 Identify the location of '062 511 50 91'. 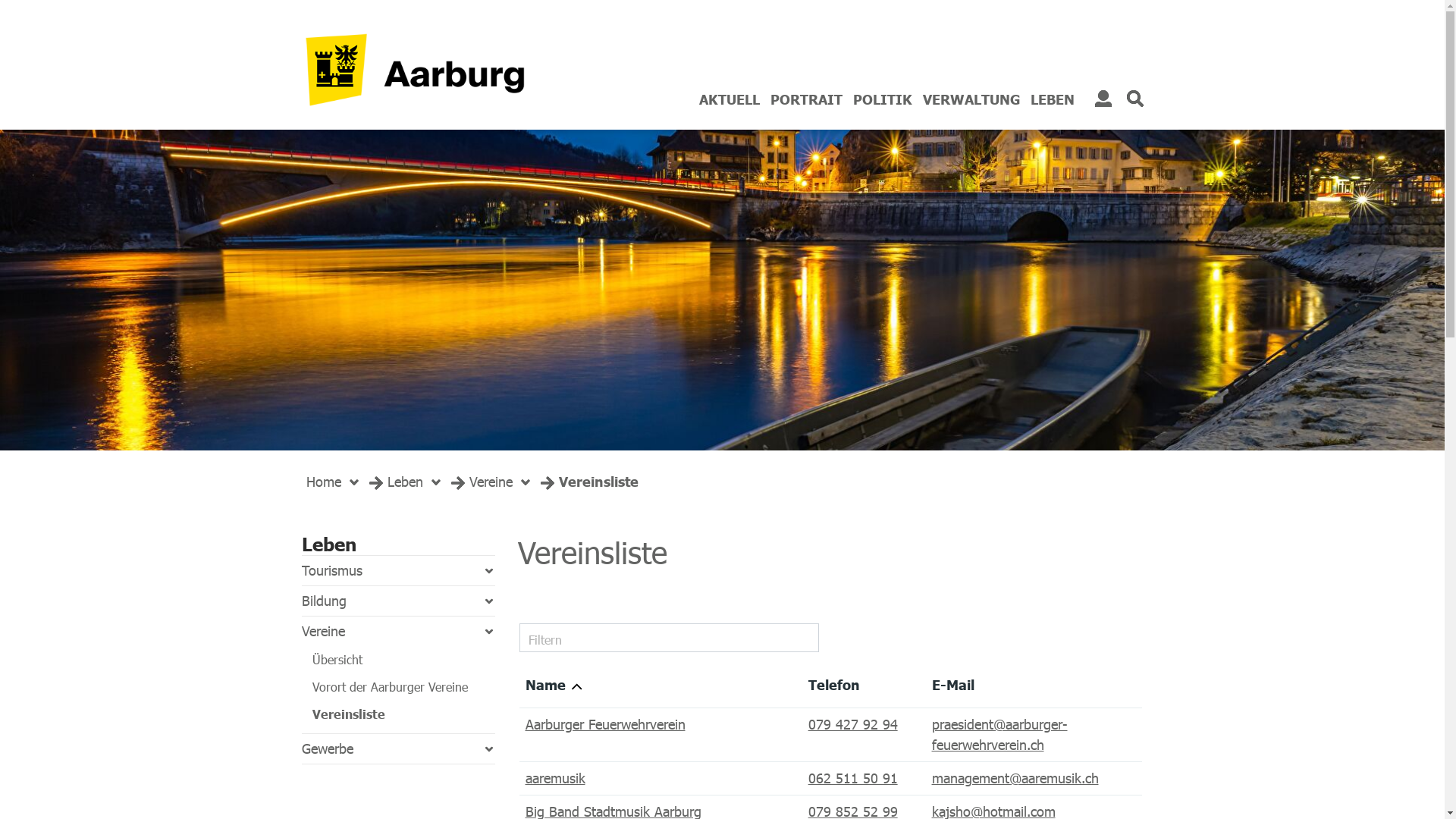
(852, 778).